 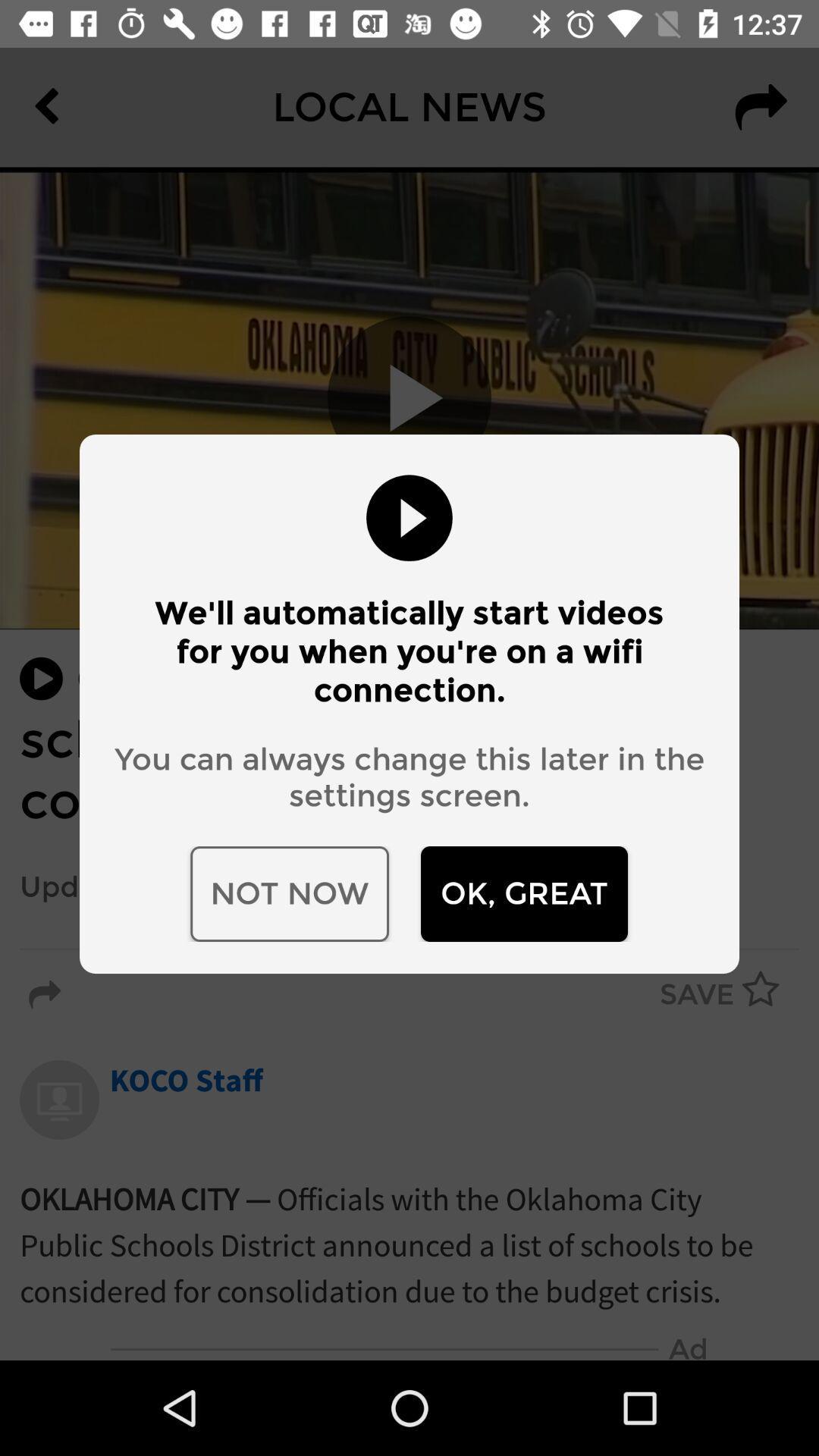 I want to click on the redo icon, so click(x=761, y=106).